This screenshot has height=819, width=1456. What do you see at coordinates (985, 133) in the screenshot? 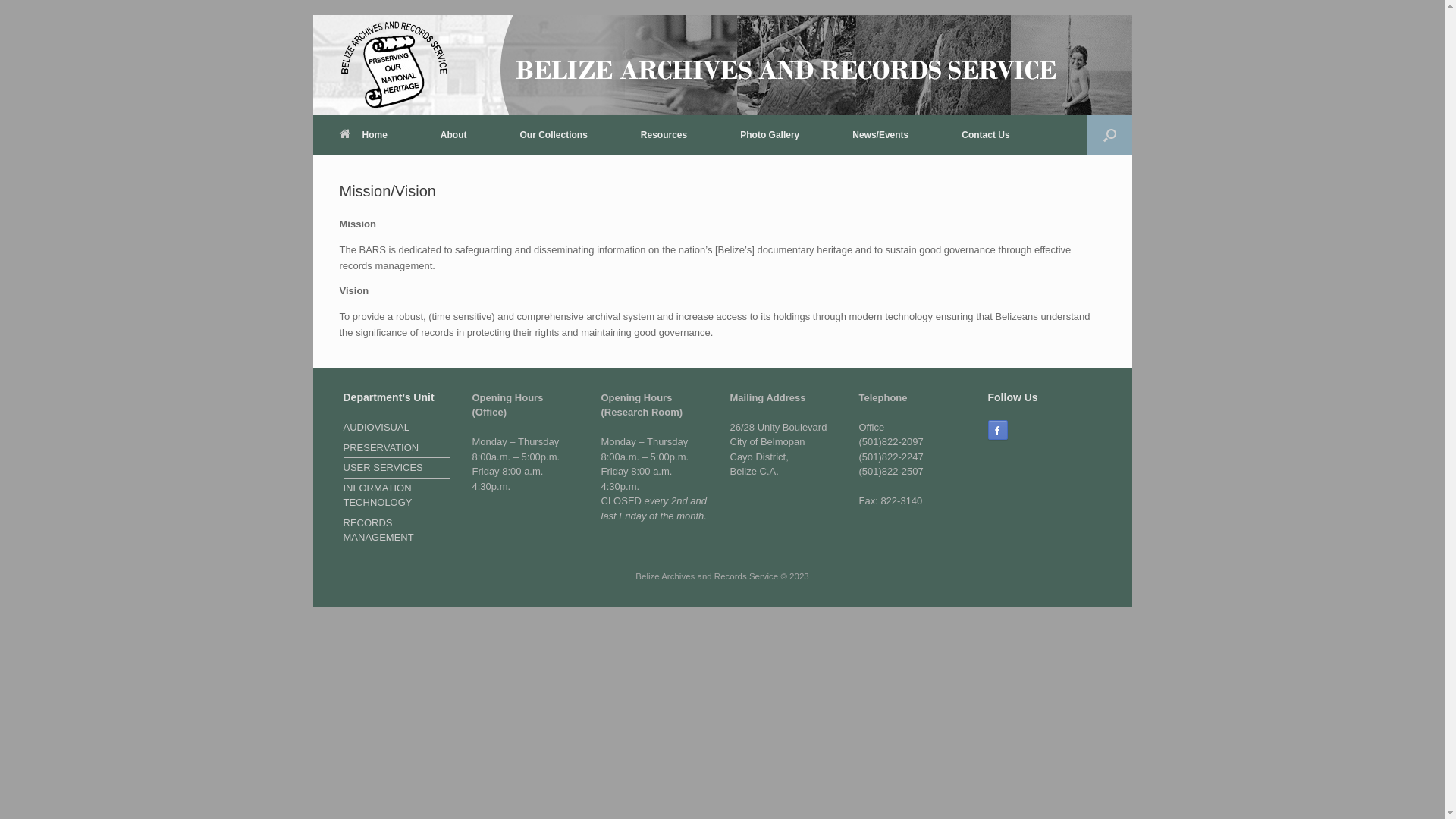
I see `'Contact Us'` at bounding box center [985, 133].